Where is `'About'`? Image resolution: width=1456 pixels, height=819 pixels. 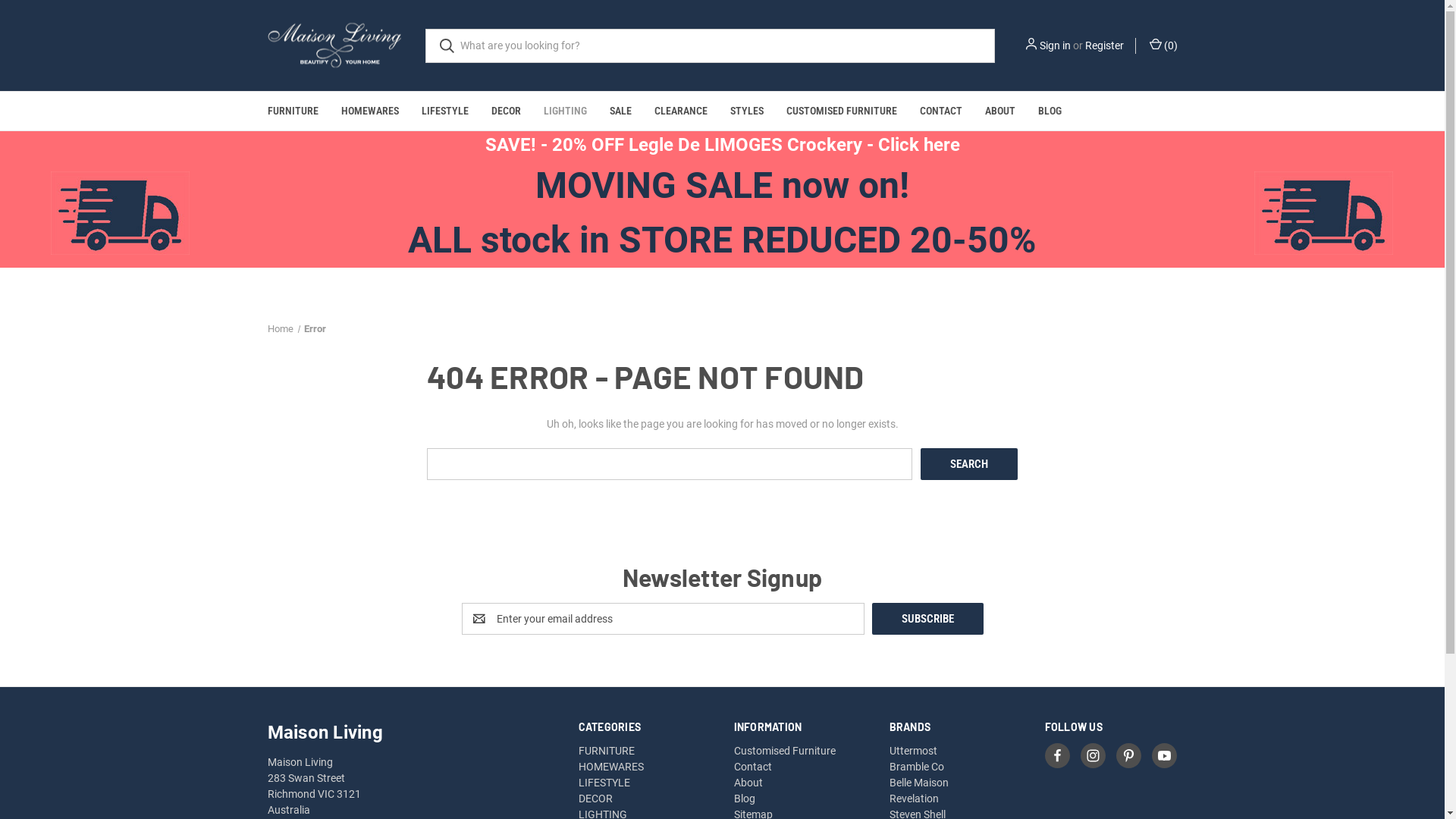
'About' is located at coordinates (748, 783).